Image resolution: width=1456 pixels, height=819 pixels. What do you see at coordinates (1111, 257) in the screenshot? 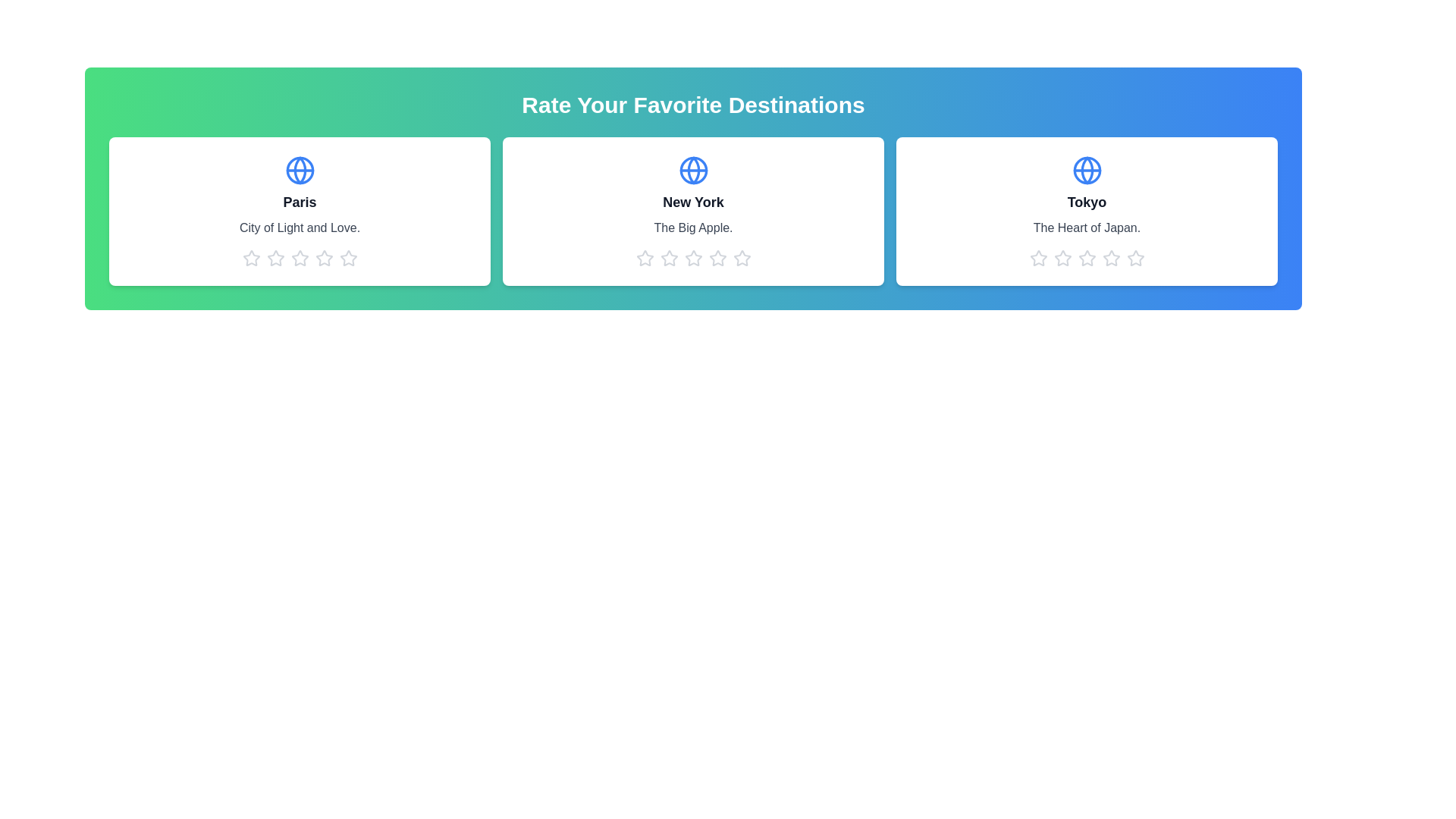
I see `the 4 star icon for the destination Tokyo` at bounding box center [1111, 257].